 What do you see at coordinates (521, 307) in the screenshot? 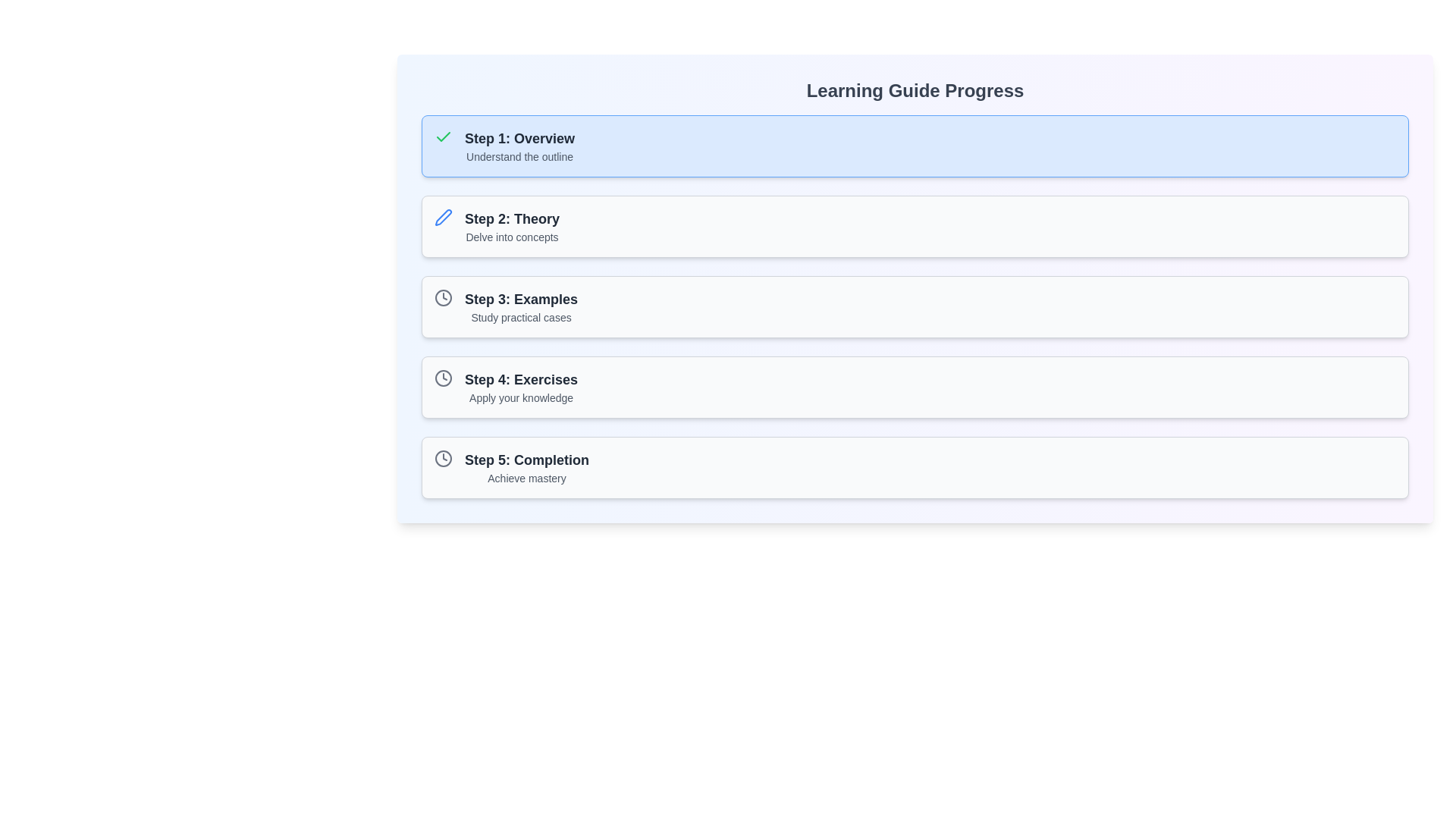
I see `the text element styled as 'Step 3: Examples' which is the third item in a vertical list of steps, located within a distinct card with a gray background` at bounding box center [521, 307].